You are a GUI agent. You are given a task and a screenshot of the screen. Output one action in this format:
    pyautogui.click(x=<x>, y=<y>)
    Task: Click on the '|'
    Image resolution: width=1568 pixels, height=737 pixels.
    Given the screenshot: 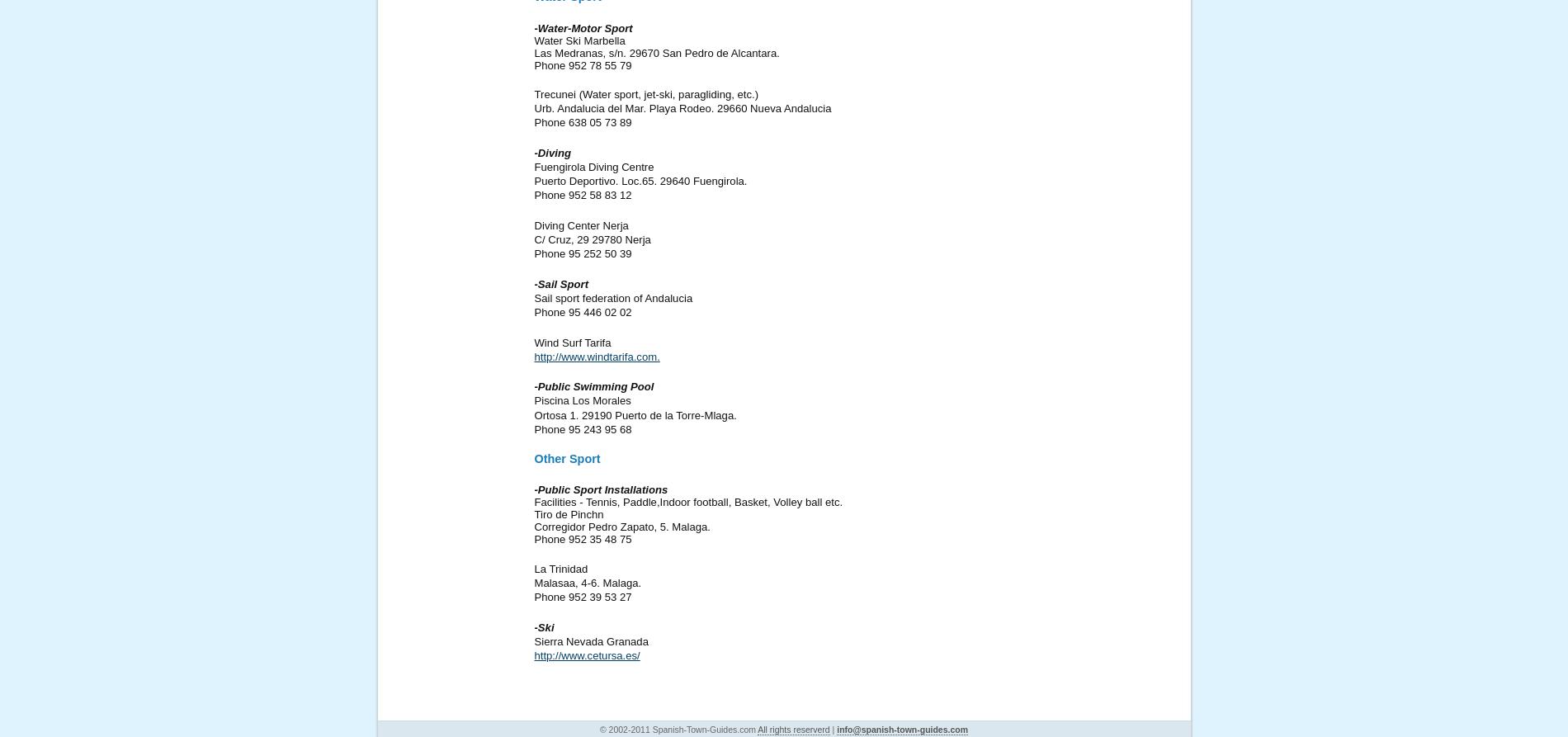 What is the action you would take?
    pyautogui.click(x=833, y=728)
    